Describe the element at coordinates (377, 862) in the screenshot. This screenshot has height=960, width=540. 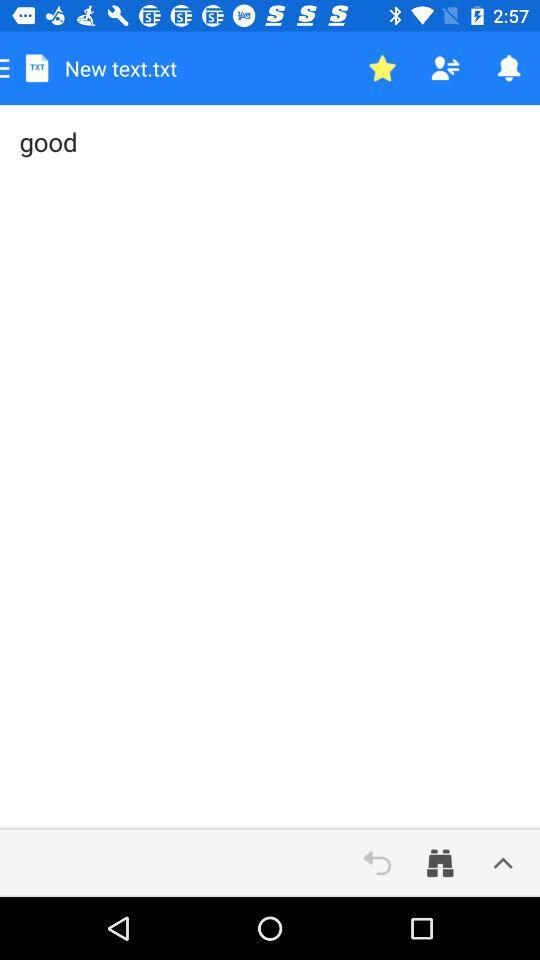
I see `refresh` at that location.